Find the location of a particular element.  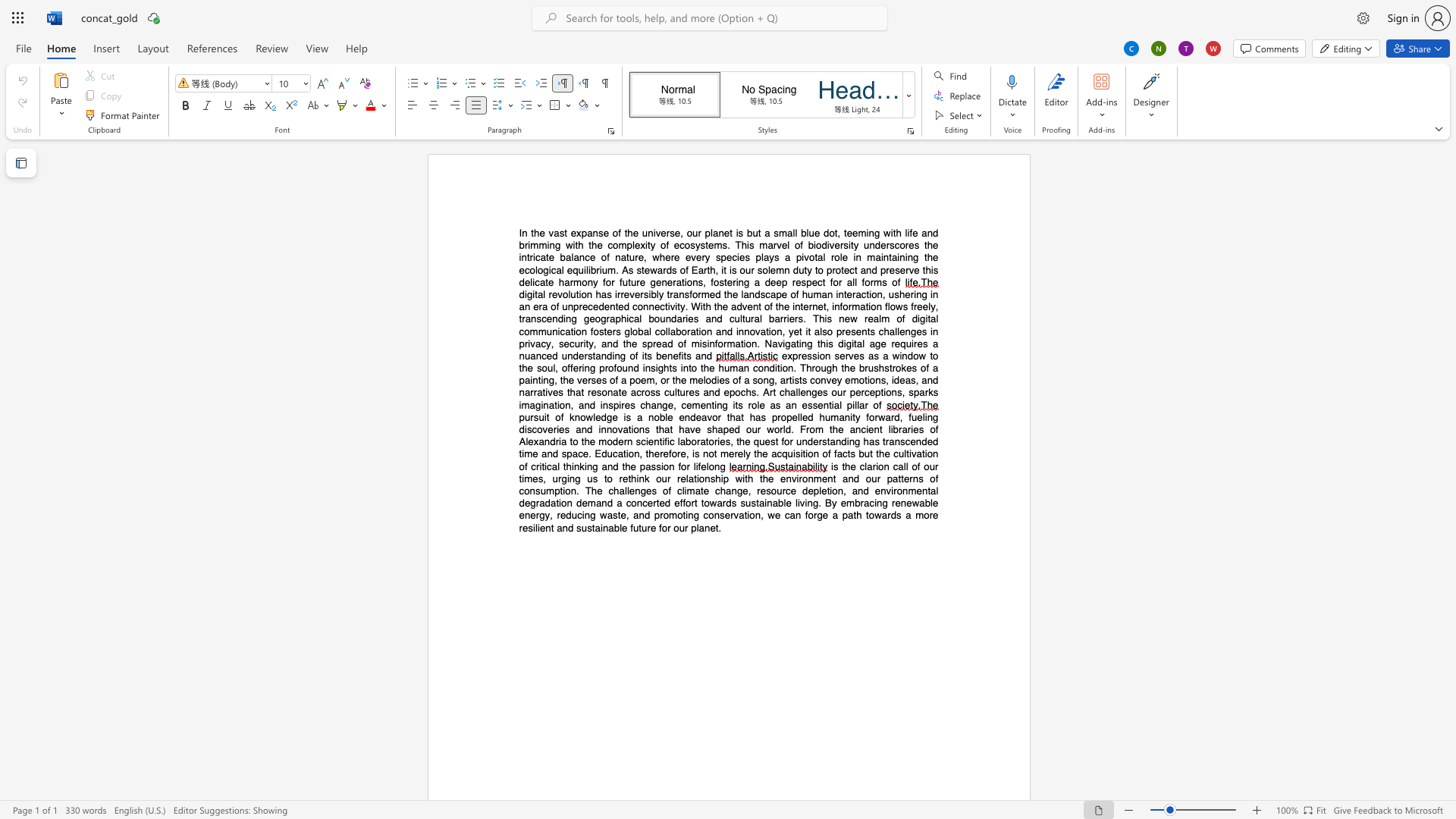

the 10th character "i" in the text is located at coordinates (737, 282).